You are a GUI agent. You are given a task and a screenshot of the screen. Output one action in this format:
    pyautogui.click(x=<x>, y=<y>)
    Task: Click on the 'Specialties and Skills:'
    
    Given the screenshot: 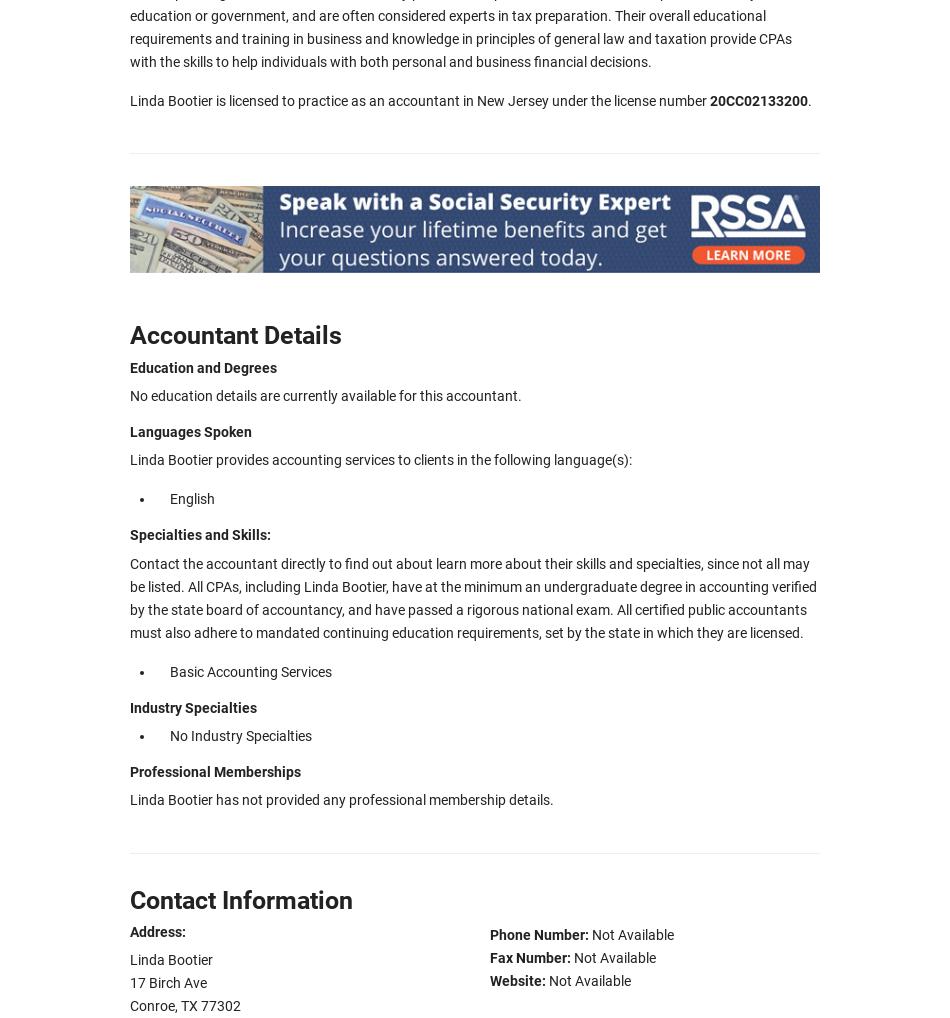 What is the action you would take?
    pyautogui.click(x=200, y=534)
    